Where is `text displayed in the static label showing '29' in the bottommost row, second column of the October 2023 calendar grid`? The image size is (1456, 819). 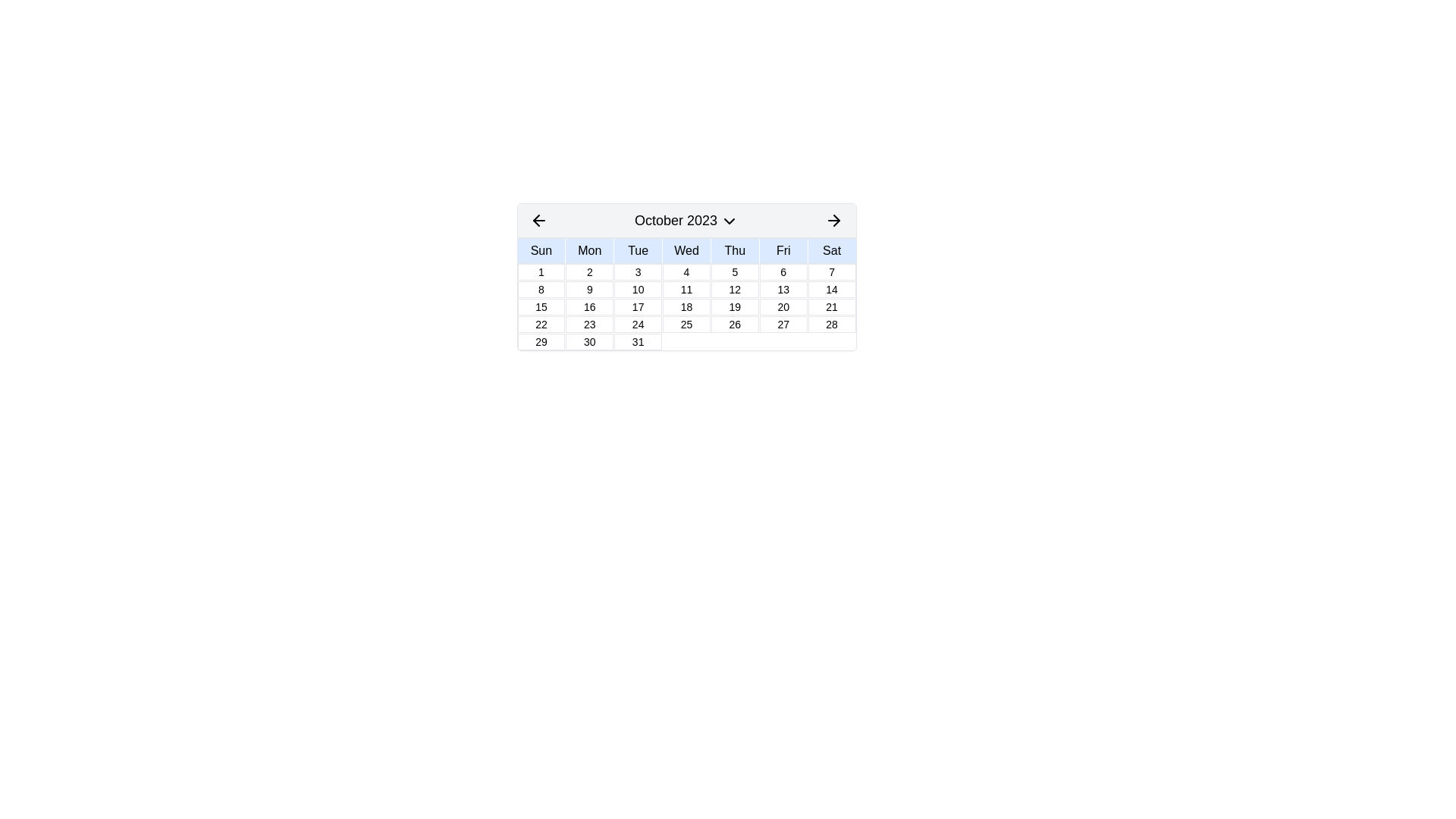
text displayed in the static label showing '29' in the bottommost row, second column of the October 2023 calendar grid is located at coordinates (541, 342).